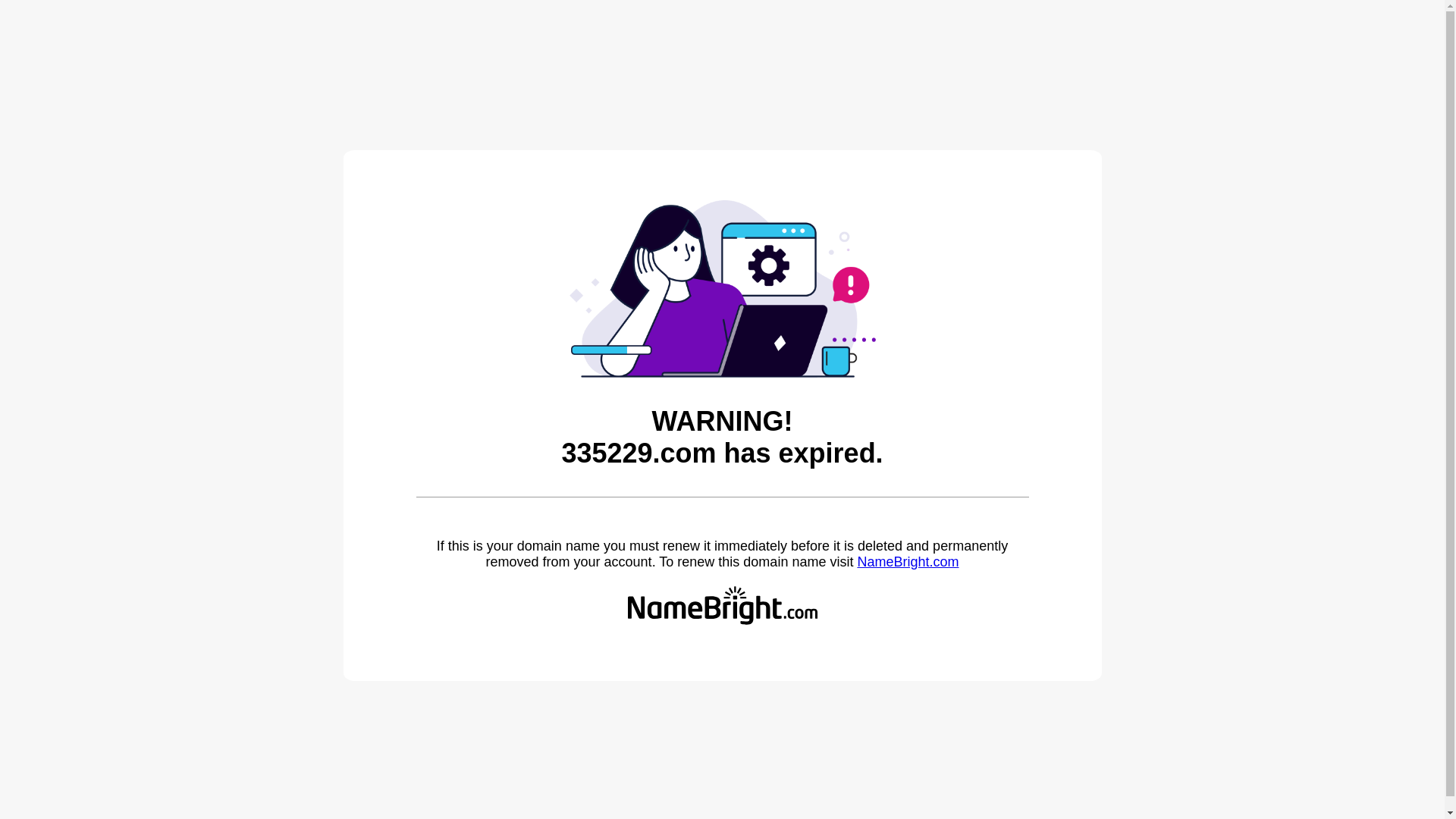 Image resolution: width=1456 pixels, height=819 pixels. I want to click on 'NameBright.com', so click(907, 561).